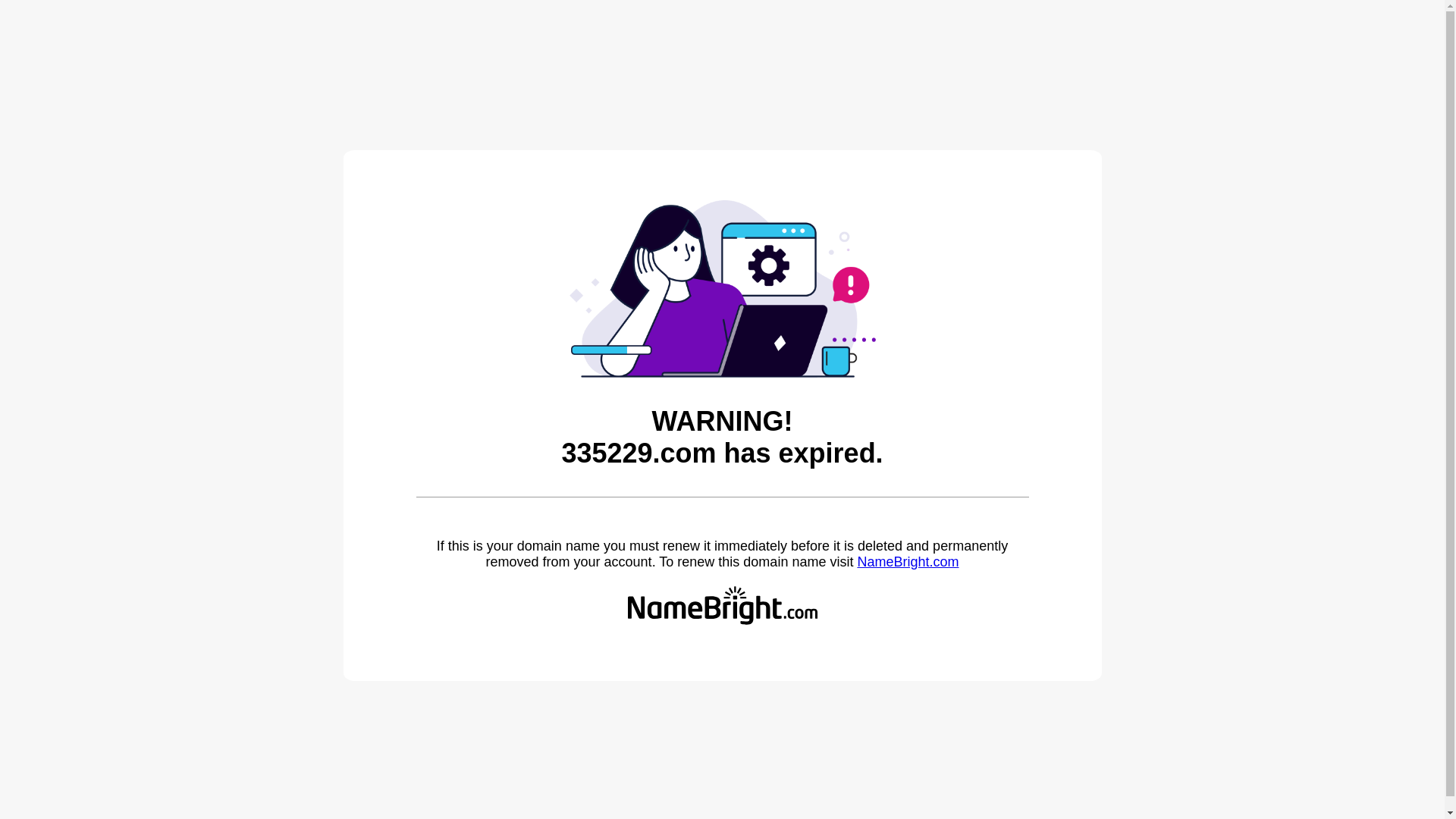 Image resolution: width=1456 pixels, height=819 pixels. I want to click on 'NameBright.com', so click(907, 561).